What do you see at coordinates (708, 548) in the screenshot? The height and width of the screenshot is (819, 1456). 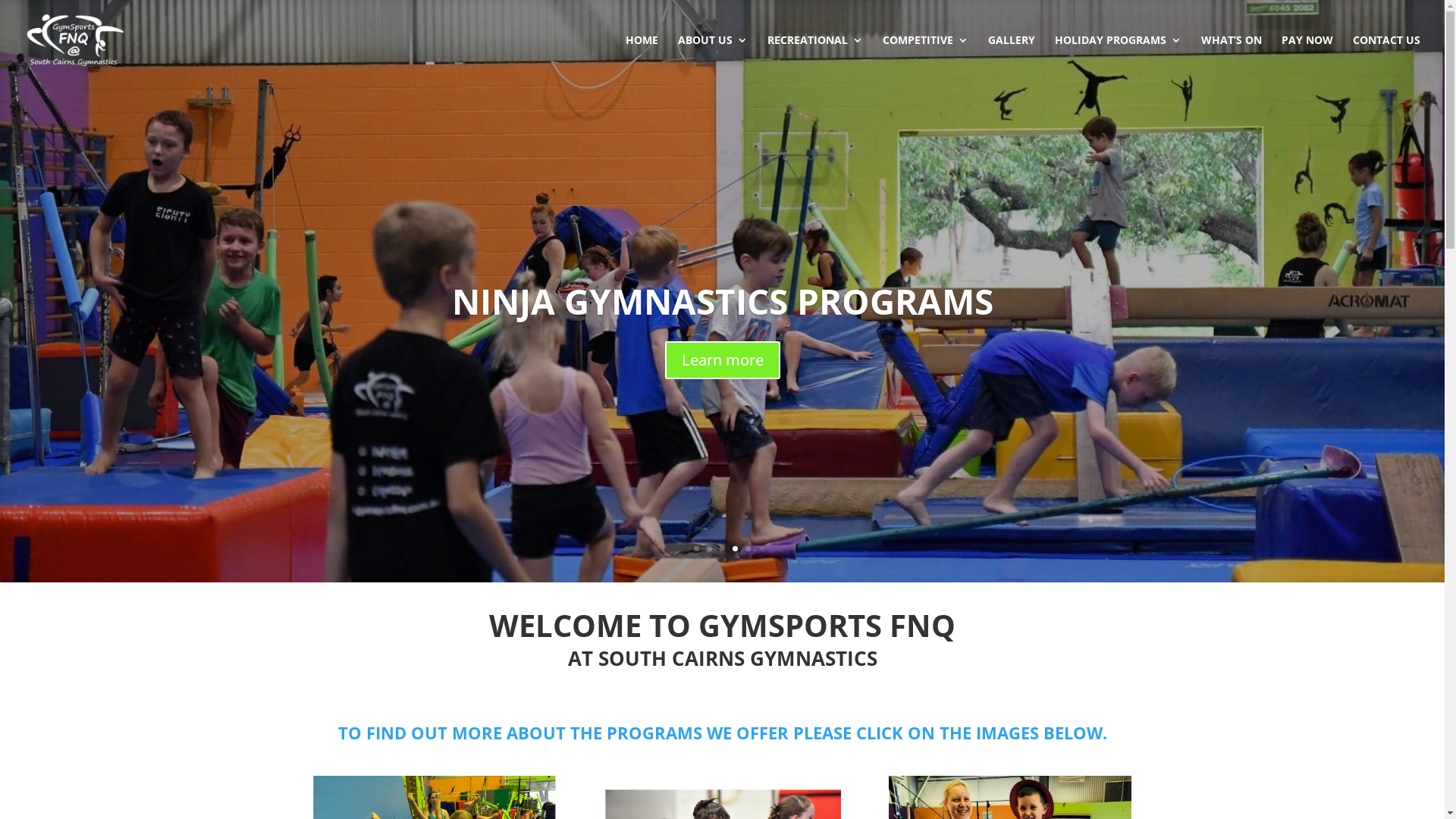 I see `'2'` at bounding box center [708, 548].